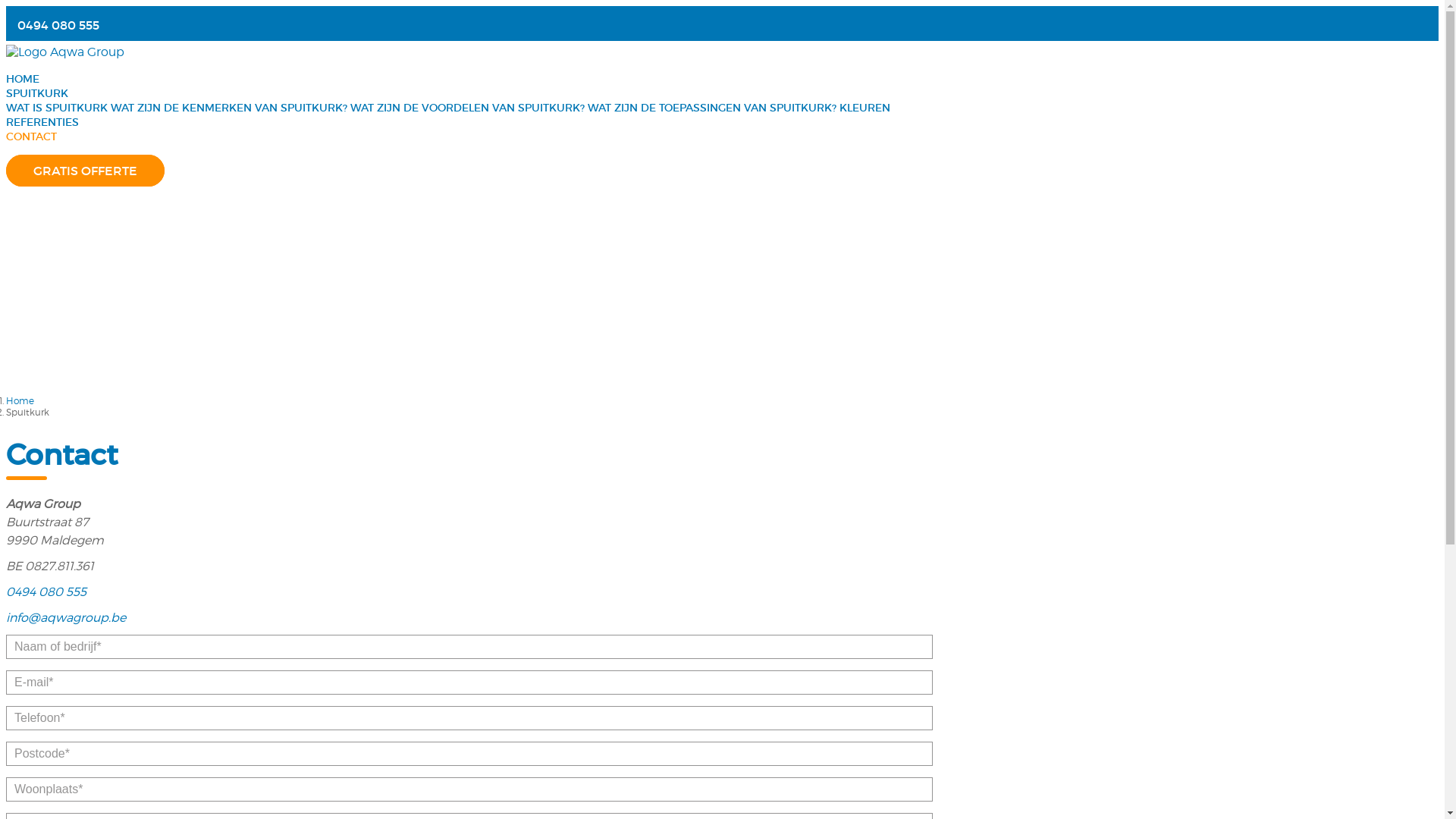  Describe the element at coordinates (46, 591) in the screenshot. I see `'0494 080 555'` at that location.